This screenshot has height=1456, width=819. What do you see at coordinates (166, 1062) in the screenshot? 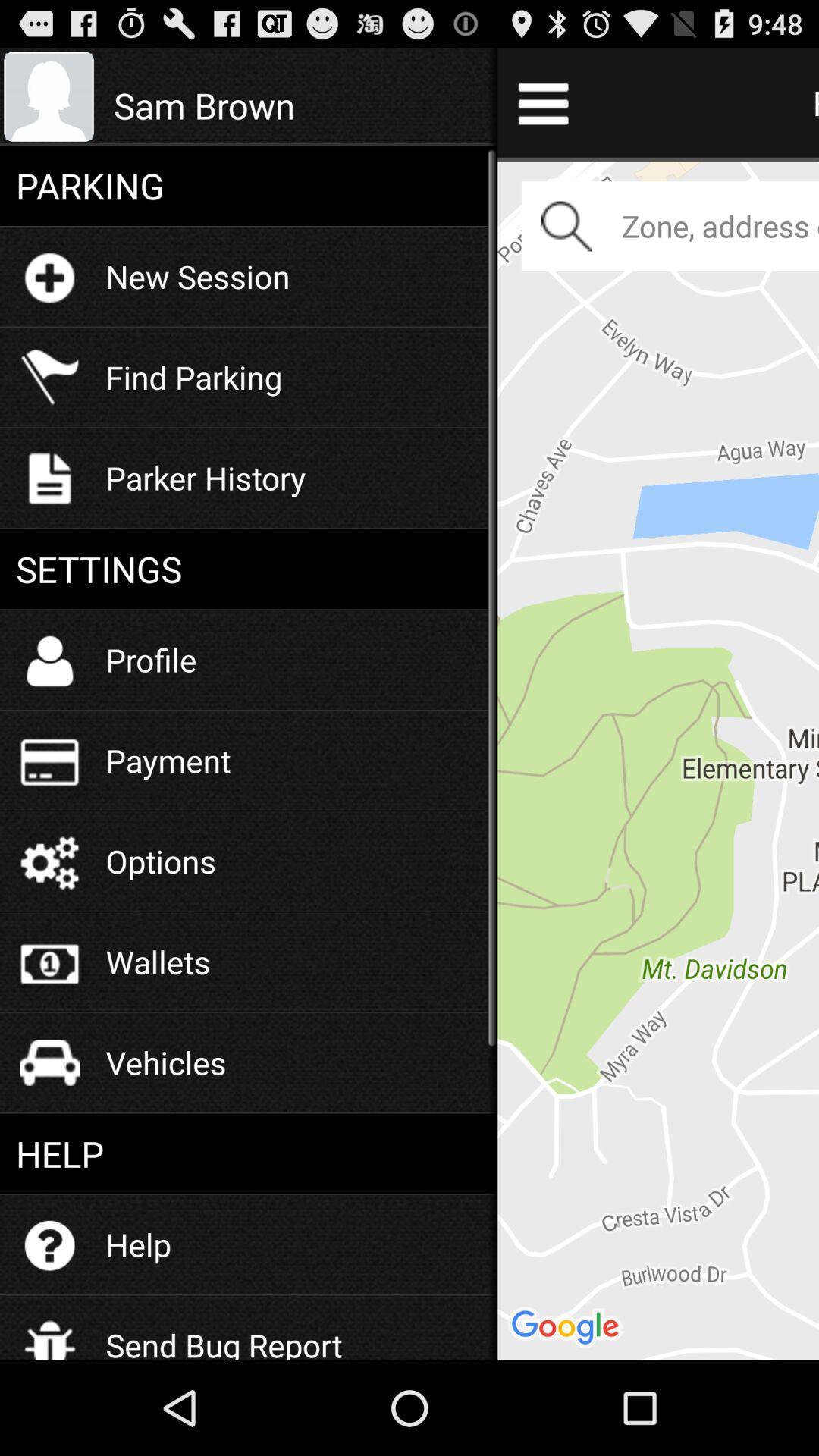
I see `the icon below wallets icon` at bounding box center [166, 1062].